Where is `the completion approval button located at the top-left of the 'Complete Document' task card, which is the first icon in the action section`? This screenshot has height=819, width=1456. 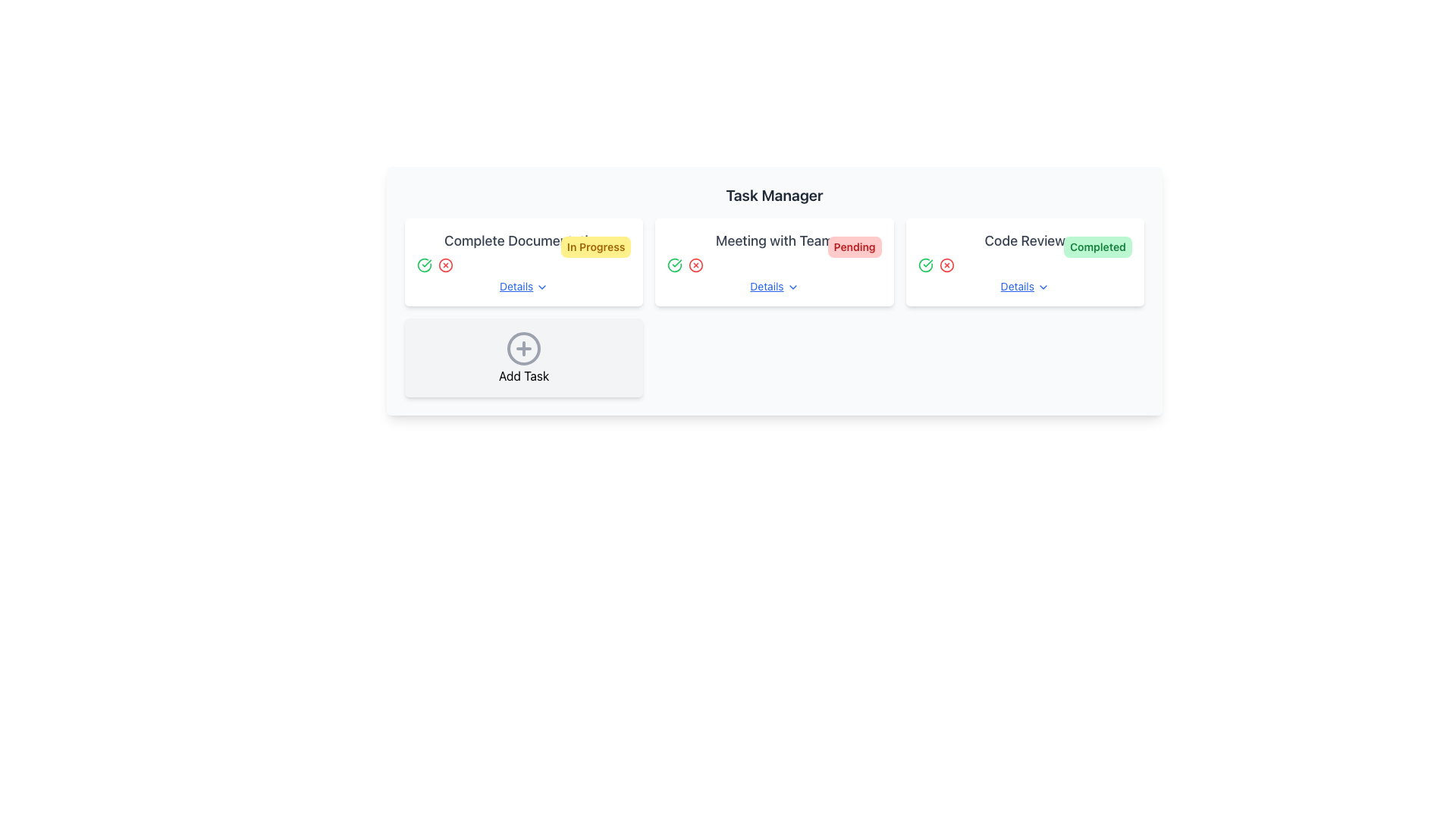
the completion approval button located at the top-left of the 'Complete Document' task card, which is the first icon in the action section is located at coordinates (425, 265).